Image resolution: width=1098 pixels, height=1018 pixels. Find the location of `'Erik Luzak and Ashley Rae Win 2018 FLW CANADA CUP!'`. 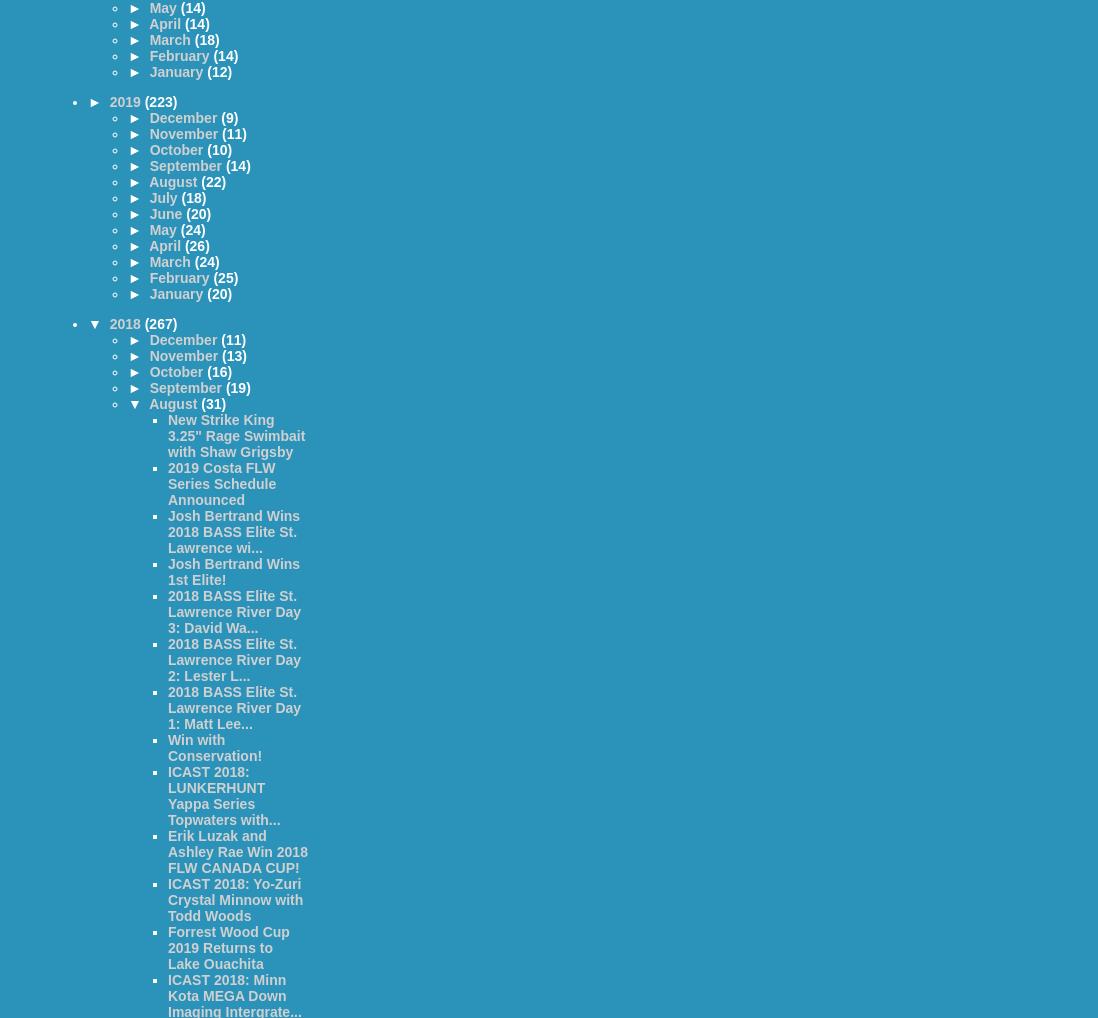

'Erik Luzak and Ashley Rae Win 2018 FLW CANADA CUP!' is located at coordinates (167, 850).